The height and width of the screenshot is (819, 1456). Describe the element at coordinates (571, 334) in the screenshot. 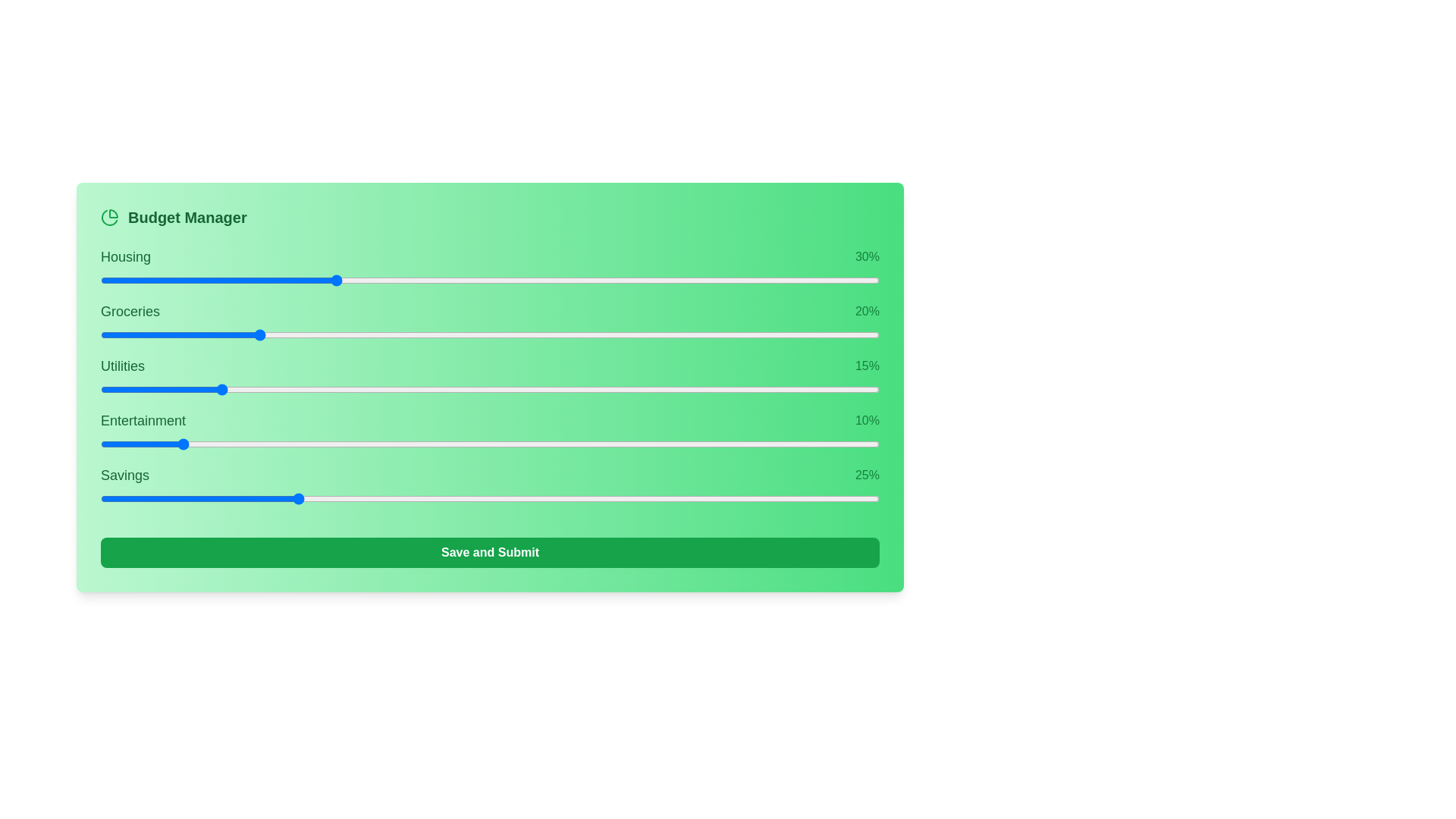

I see `the slider for 1 to 21% allocation` at that location.